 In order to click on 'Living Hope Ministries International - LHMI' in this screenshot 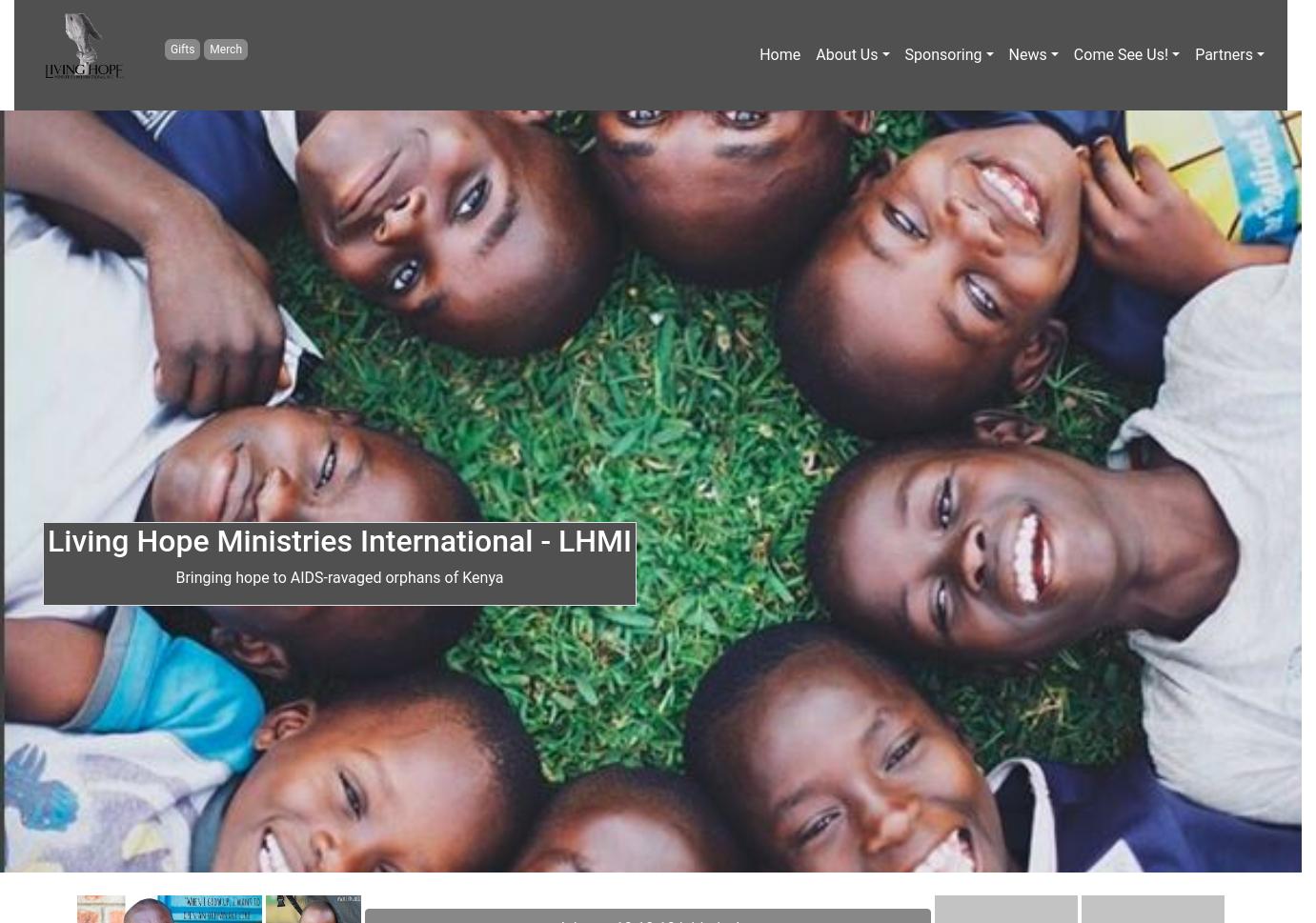, I will do `click(46, 541)`.